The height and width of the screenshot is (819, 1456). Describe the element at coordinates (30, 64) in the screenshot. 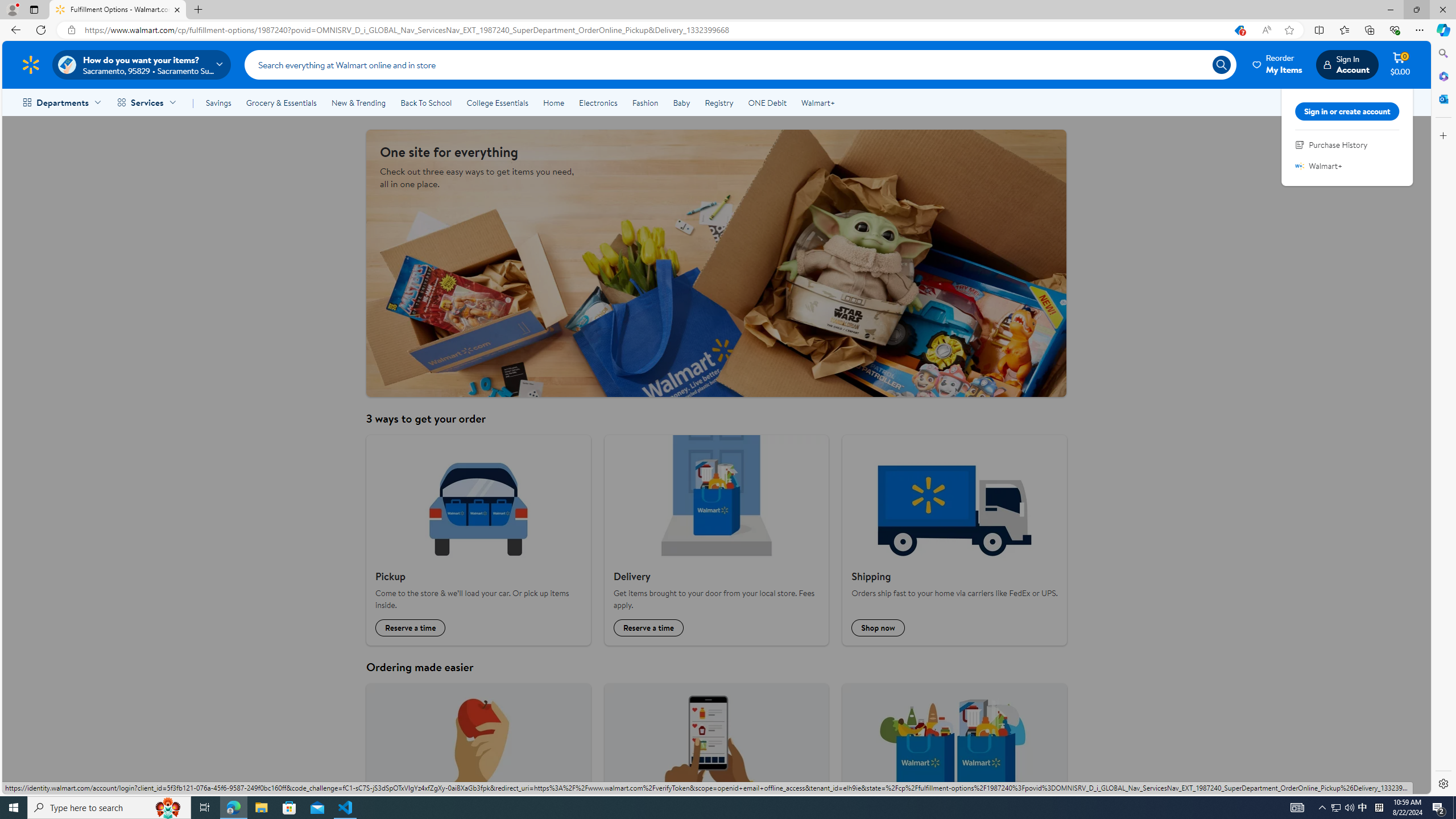

I see `'Walmart Homepage'` at that location.